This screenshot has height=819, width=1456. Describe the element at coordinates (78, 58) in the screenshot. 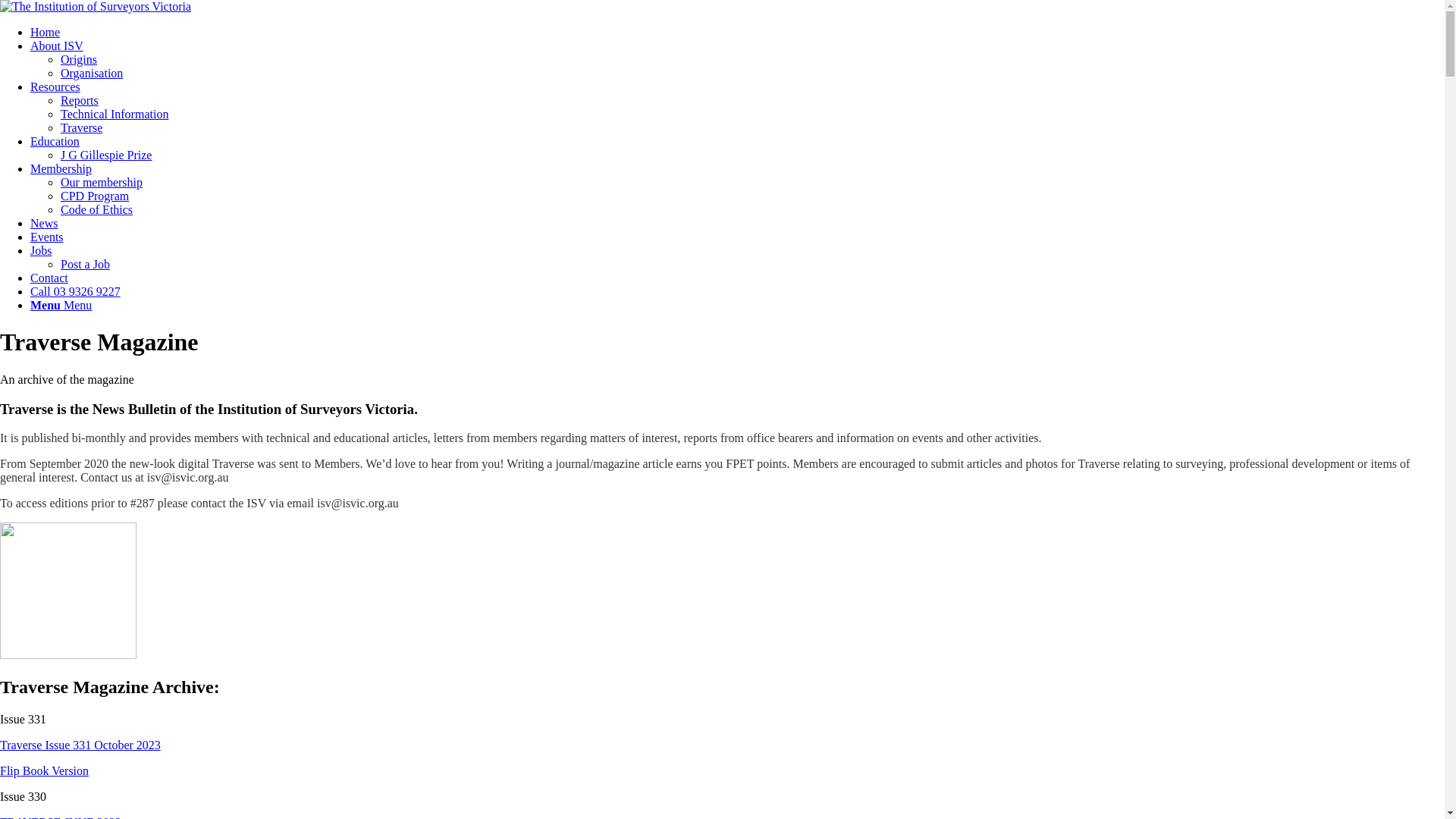

I see `'Origins'` at that location.